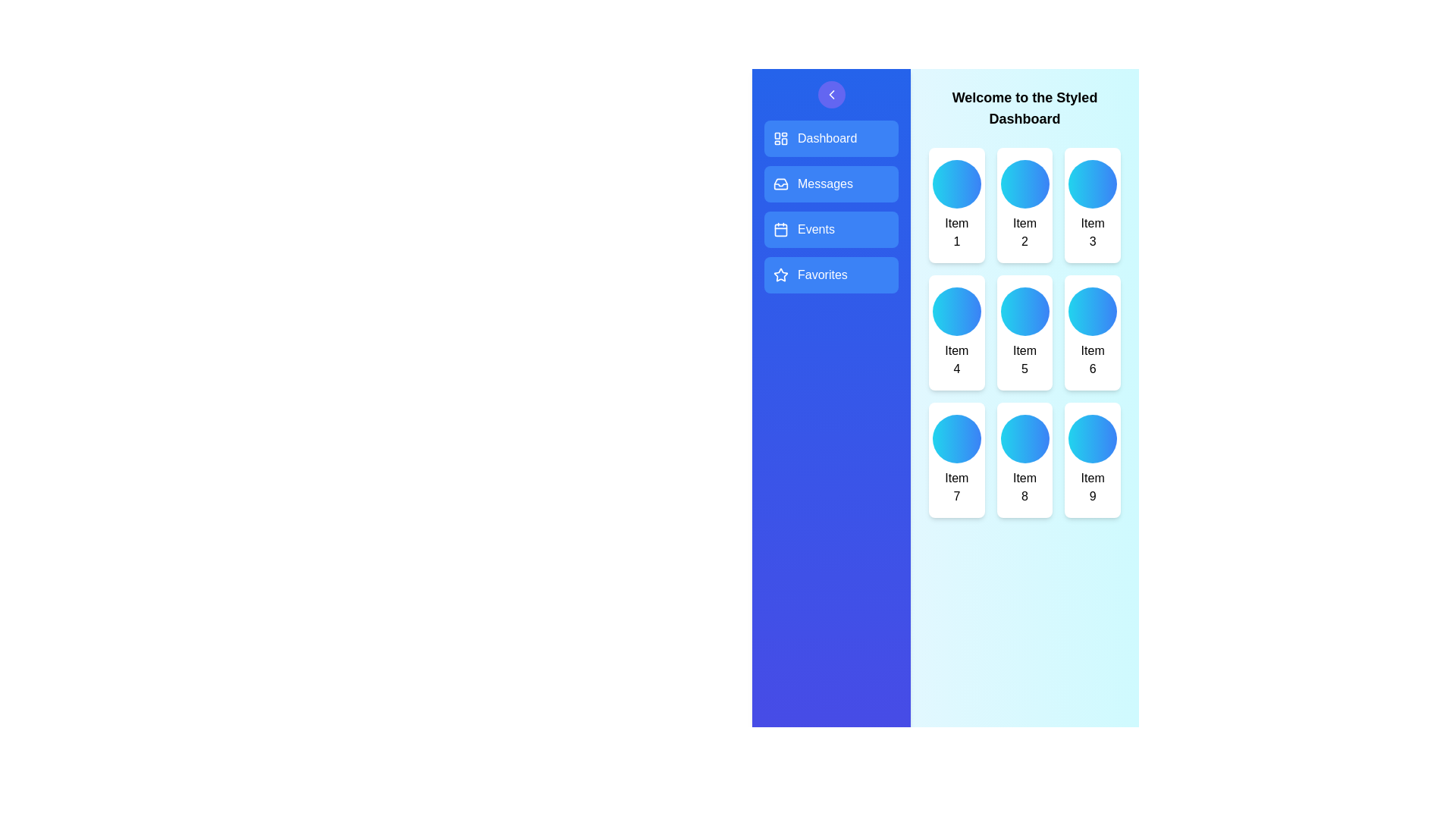 The width and height of the screenshot is (1456, 819). I want to click on the welcome message text, so click(1025, 107).